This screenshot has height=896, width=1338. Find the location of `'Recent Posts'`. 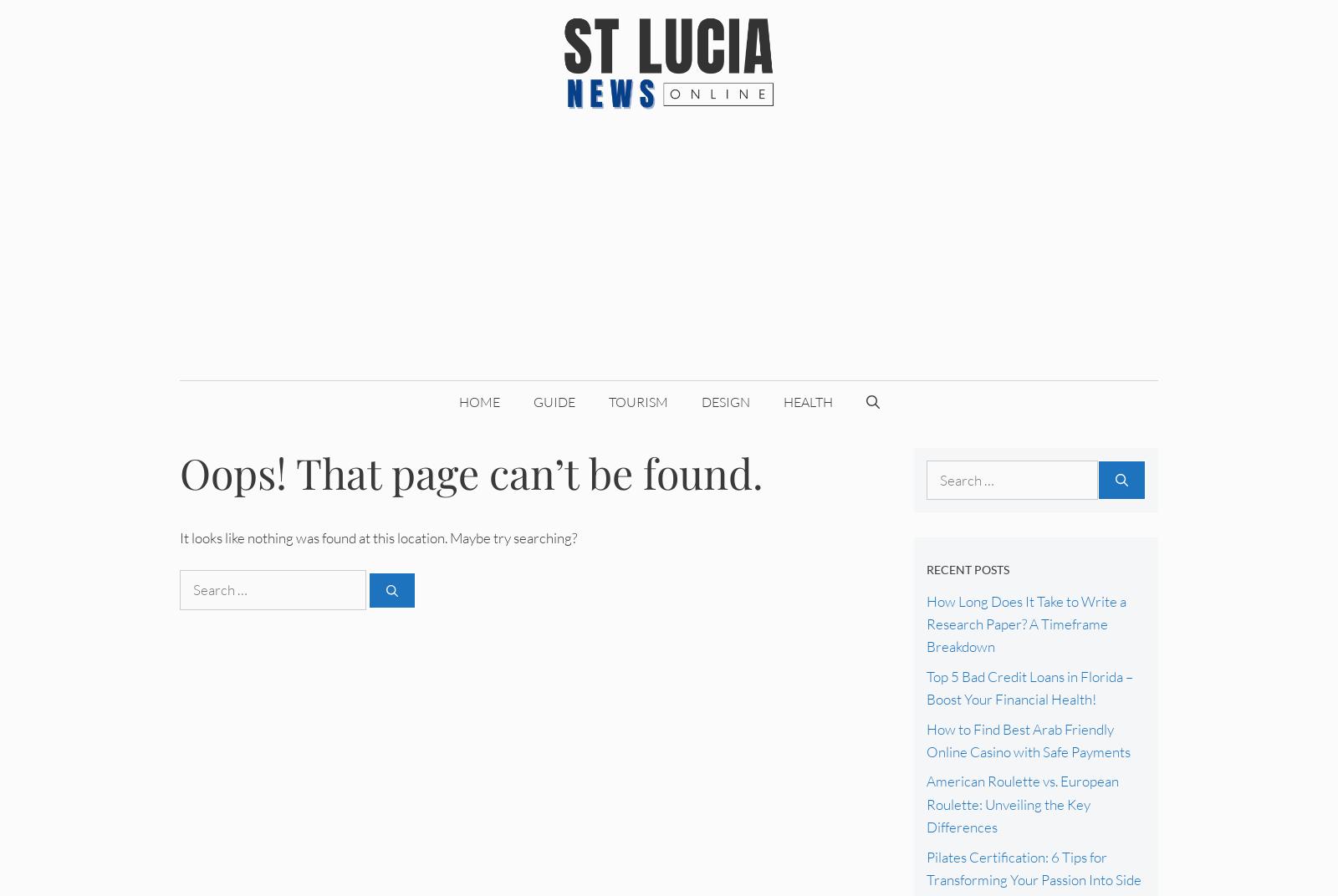

'Recent Posts' is located at coordinates (967, 568).